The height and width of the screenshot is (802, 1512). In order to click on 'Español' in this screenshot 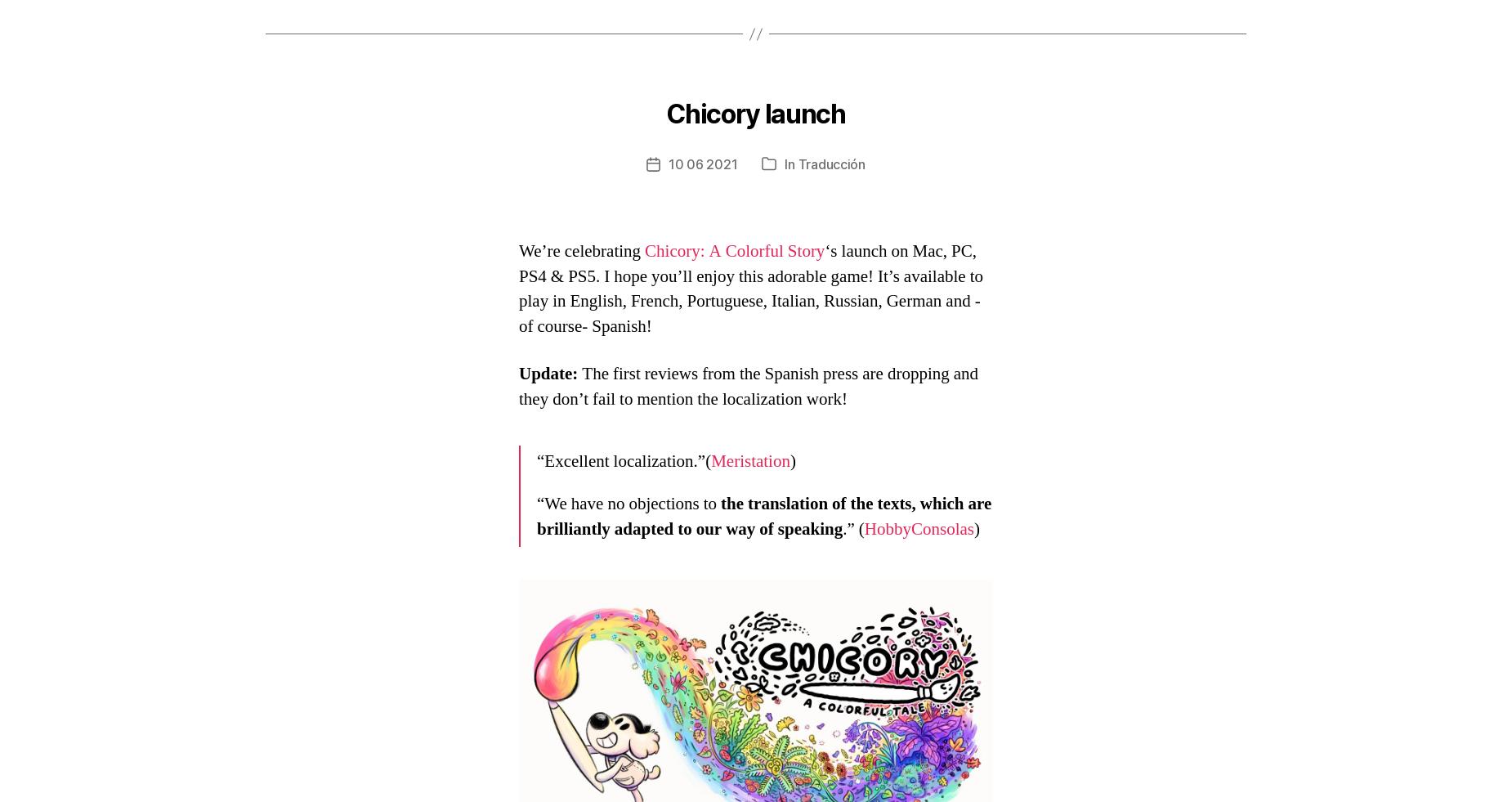, I will do `click(281, 317)`.